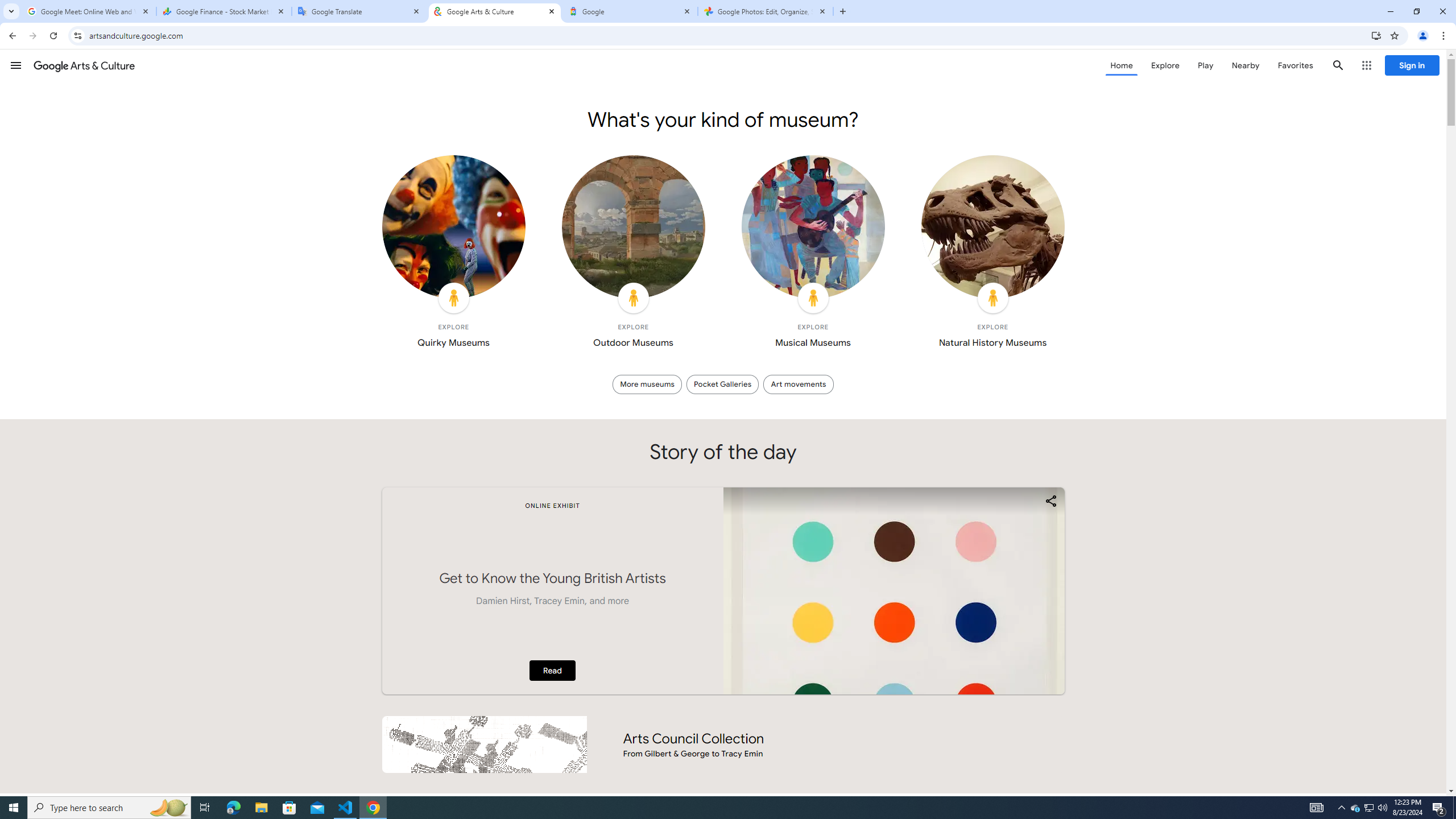 Image resolution: width=1456 pixels, height=819 pixels. Describe the element at coordinates (494, 11) in the screenshot. I see `'Google Arts & Culture'` at that location.